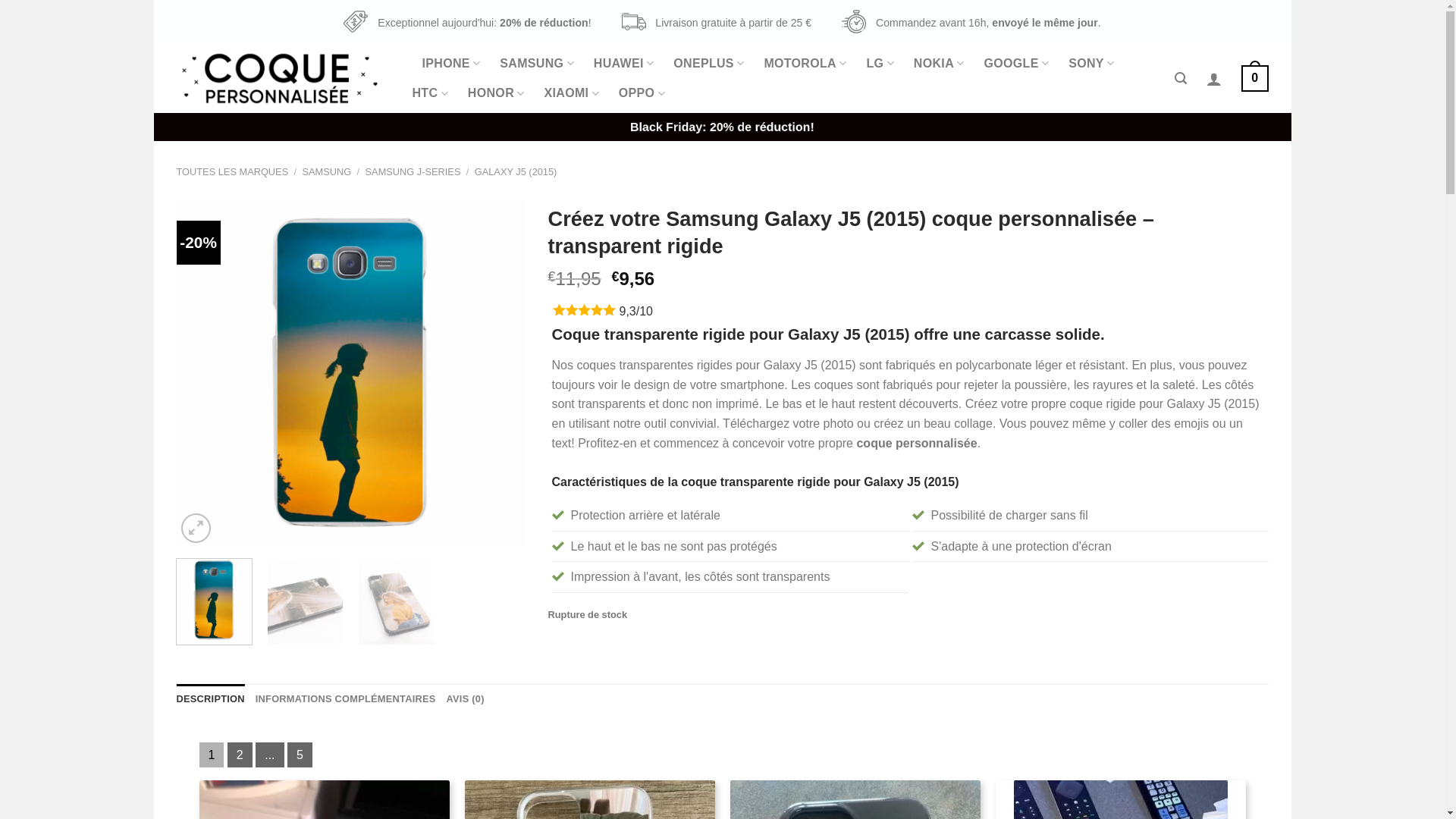 The width and height of the screenshot is (1456, 819). I want to click on 'IPHONE', so click(450, 62).